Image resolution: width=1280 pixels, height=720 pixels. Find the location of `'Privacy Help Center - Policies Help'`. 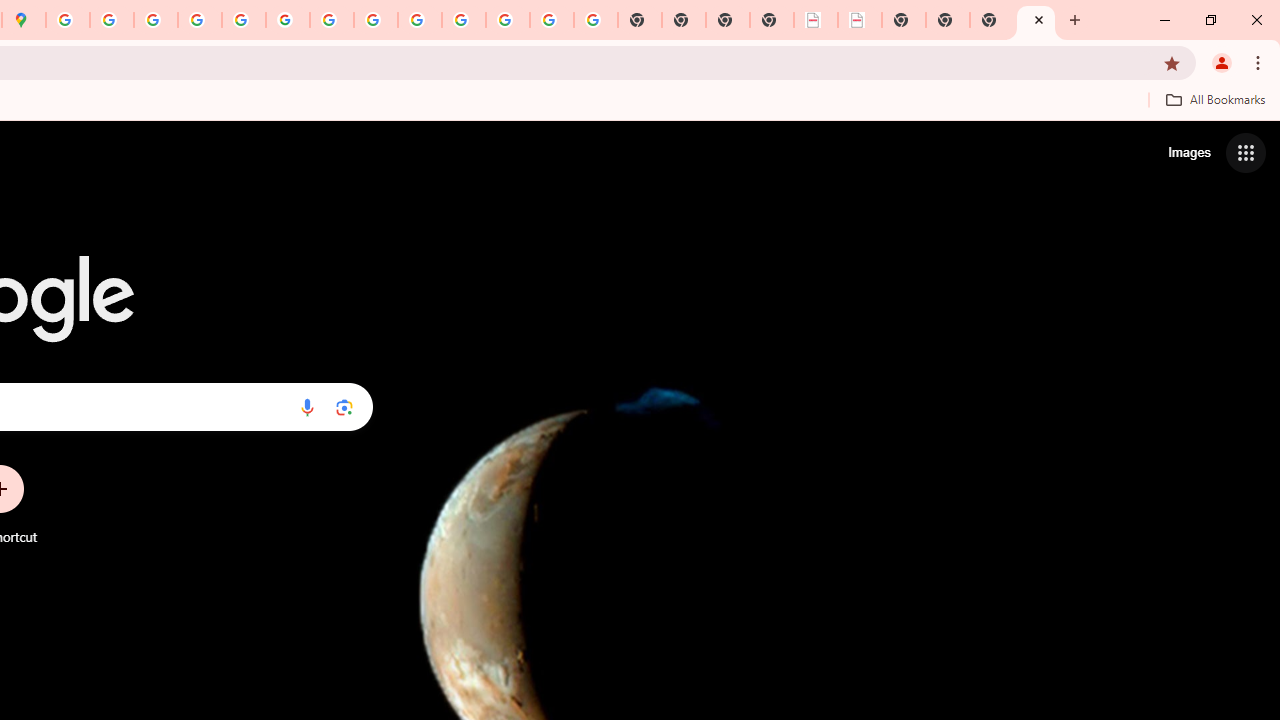

'Privacy Help Center - Policies Help' is located at coordinates (155, 20).